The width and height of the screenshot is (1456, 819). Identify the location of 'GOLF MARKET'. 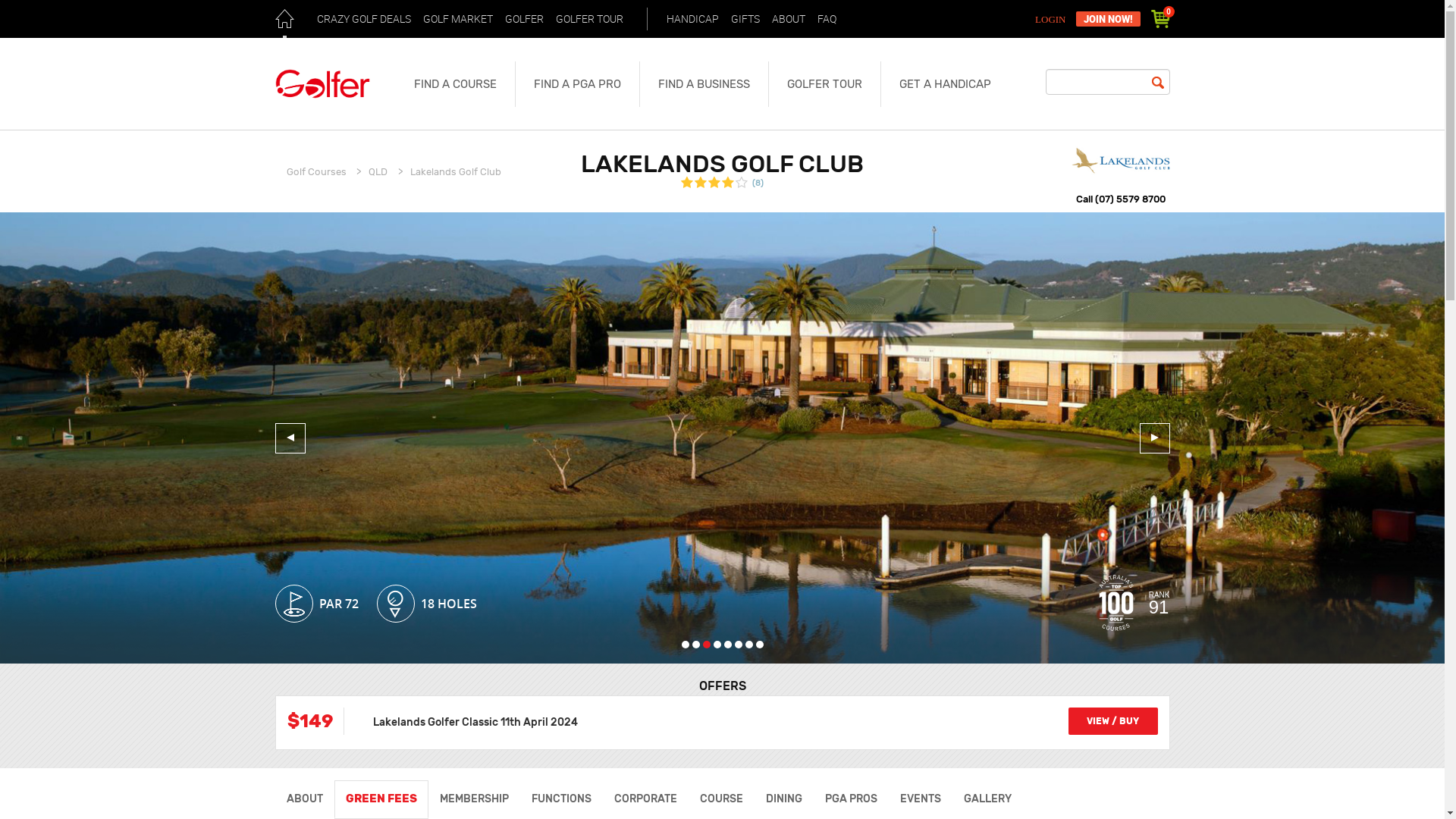
(419, 18).